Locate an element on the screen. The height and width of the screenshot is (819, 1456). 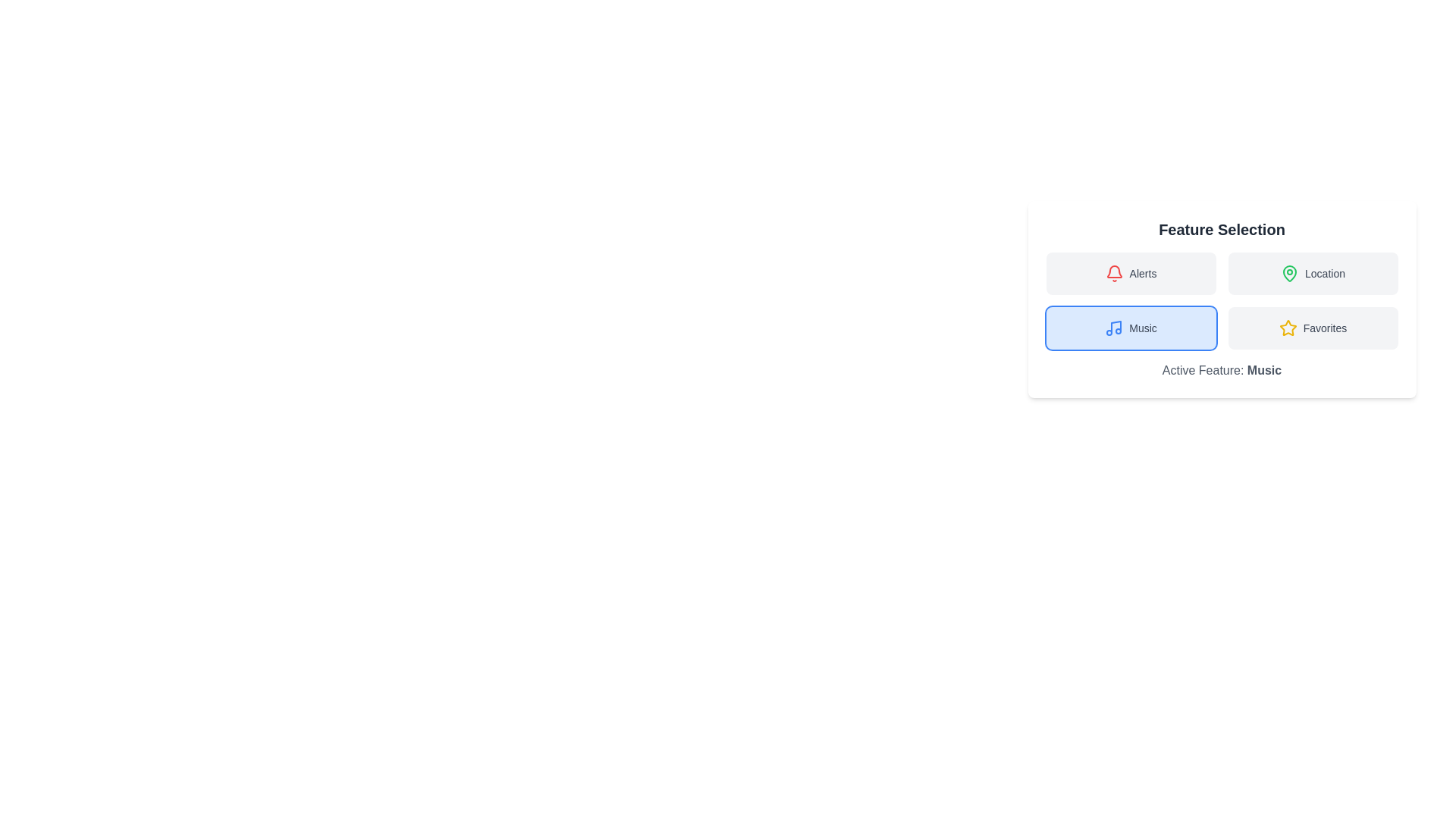
the Music button to observe its color change is located at coordinates (1131, 327).